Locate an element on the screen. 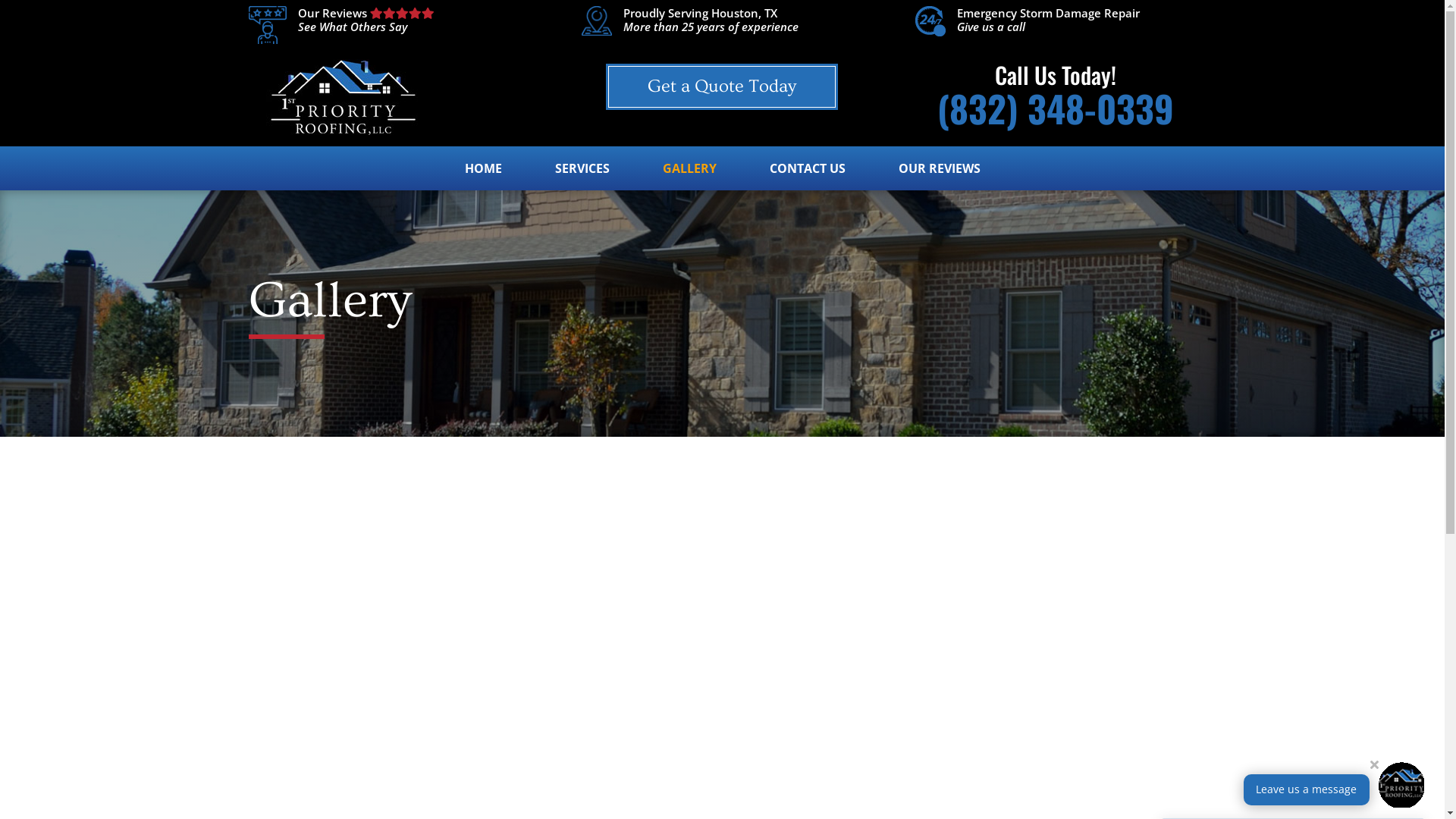 The image size is (1456, 819). 'SERVICES' is located at coordinates (582, 175).